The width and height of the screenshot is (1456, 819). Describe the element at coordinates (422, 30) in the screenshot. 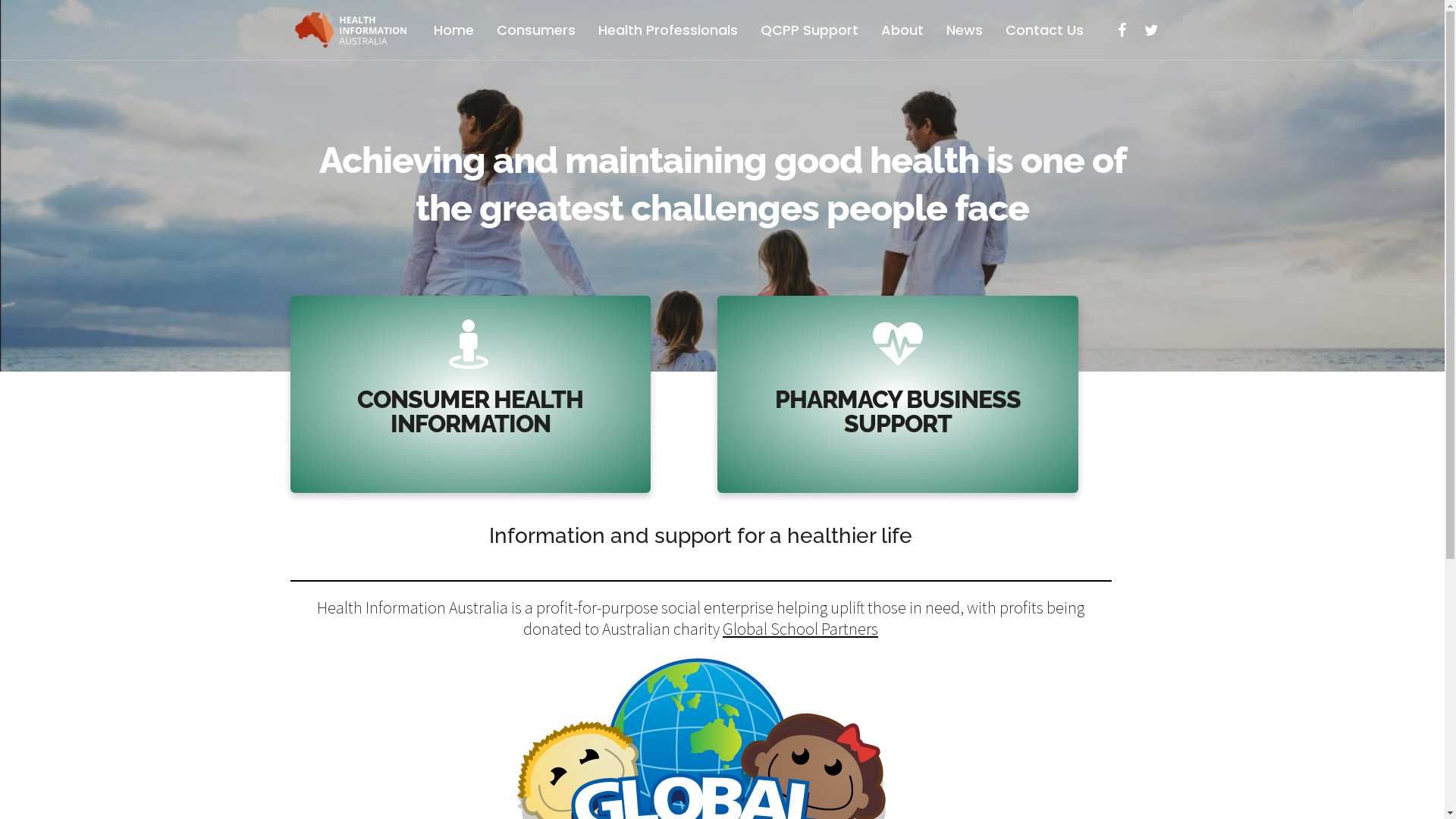

I see `'Home'` at that location.